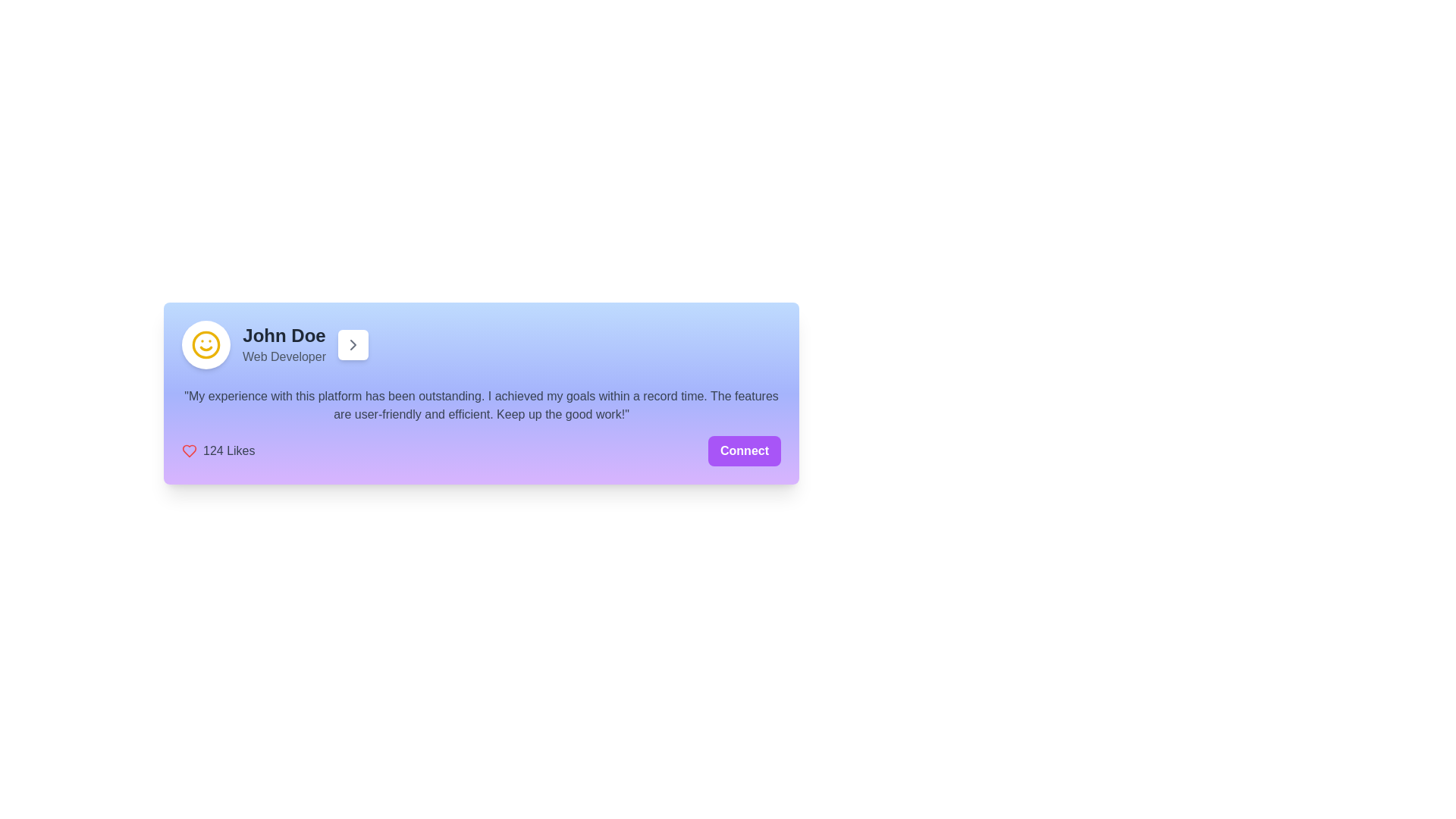  What do you see at coordinates (206, 345) in the screenshot?
I see `the smiley icon element, which is a circular outline with a yellow color located at the center of the profile picture icon in the card component` at bounding box center [206, 345].